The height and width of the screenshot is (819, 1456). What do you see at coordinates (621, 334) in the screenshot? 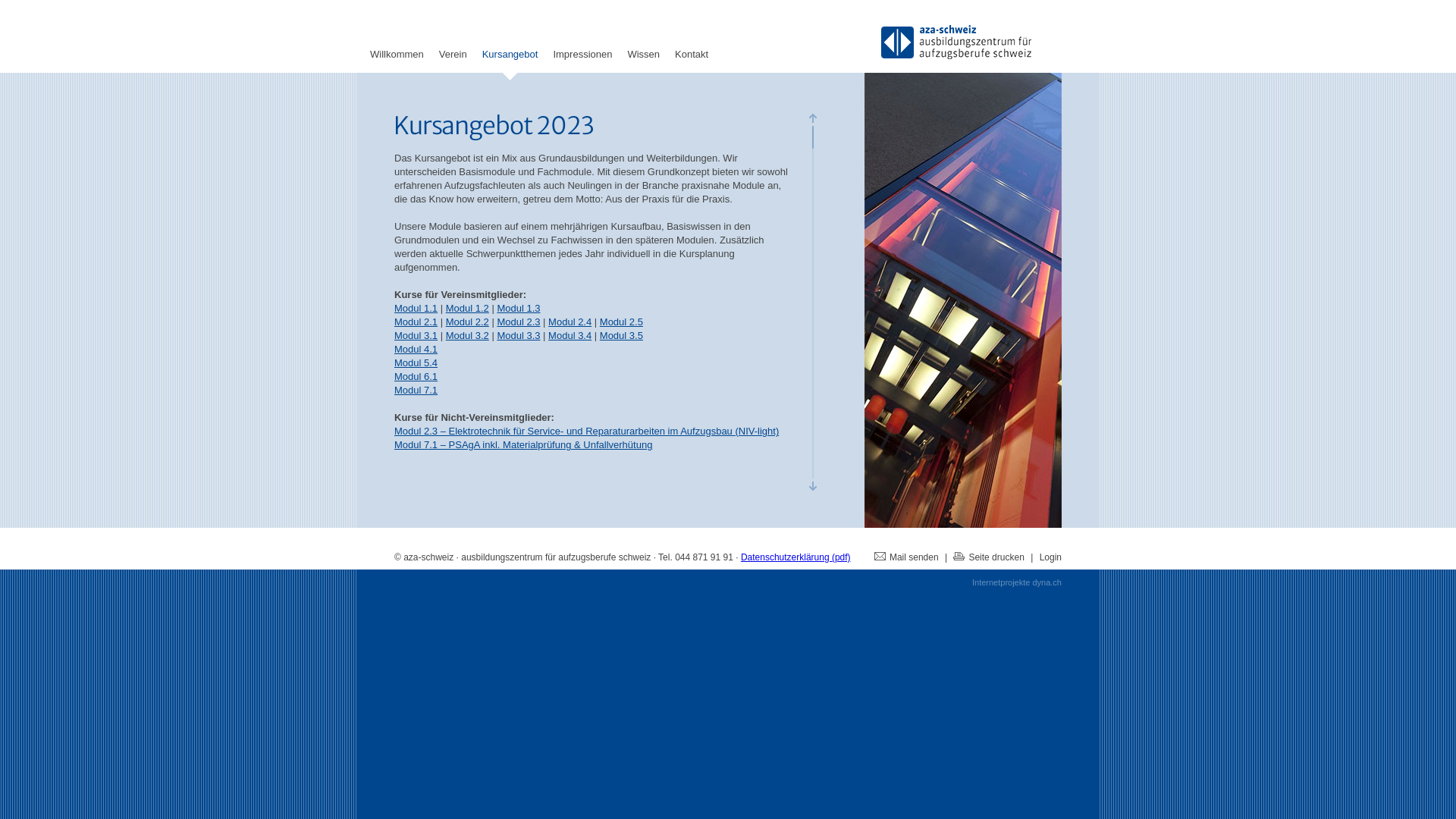
I see `'Modul 3.5'` at bounding box center [621, 334].